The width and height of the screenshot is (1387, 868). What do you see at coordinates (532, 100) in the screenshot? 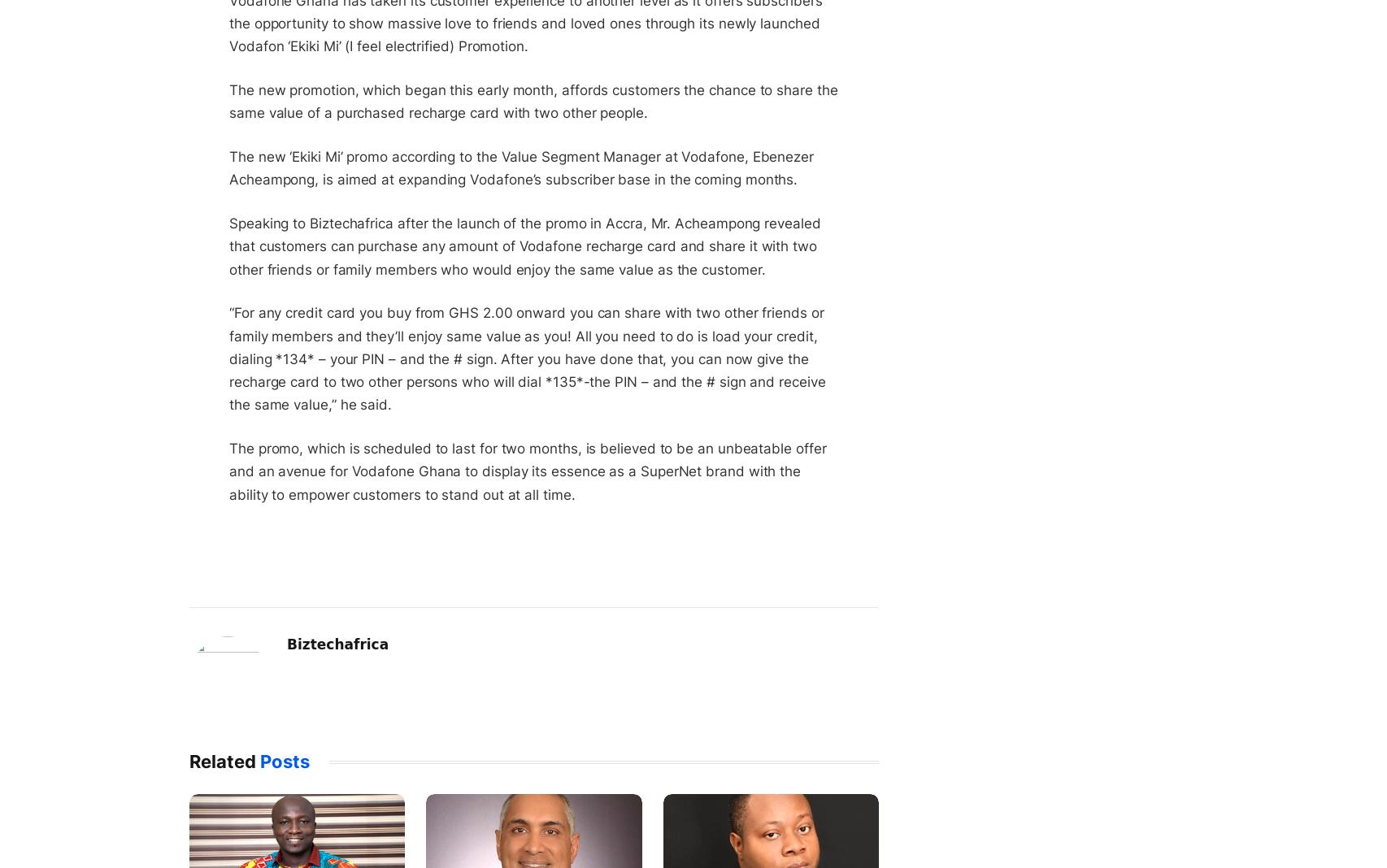
I see `'The new promotion, which began this early month, affords customers the chance to share the same value of a purchased recharge card with two other people.'` at bounding box center [532, 100].